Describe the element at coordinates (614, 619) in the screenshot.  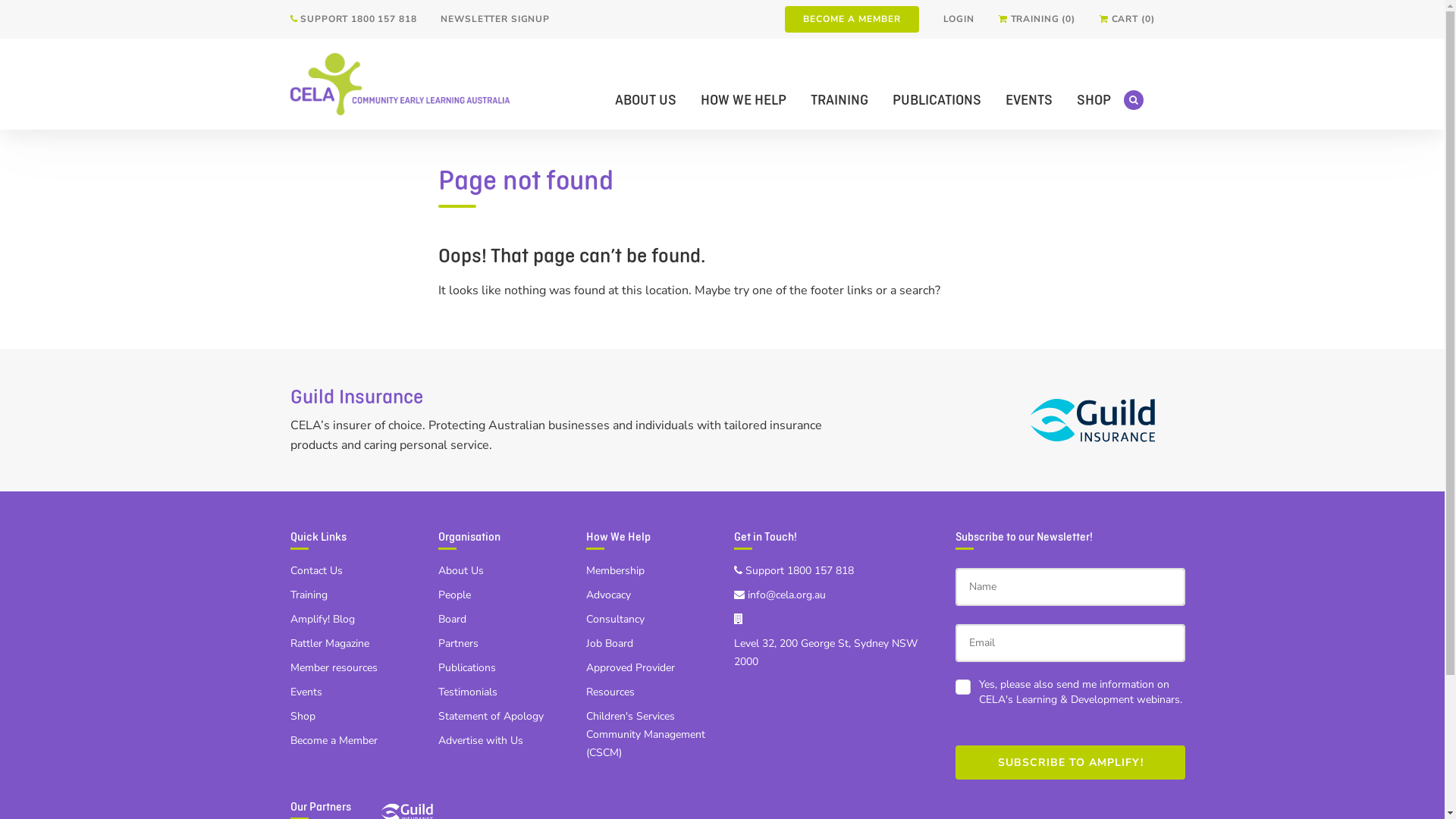
I see `'Consultancy'` at that location.